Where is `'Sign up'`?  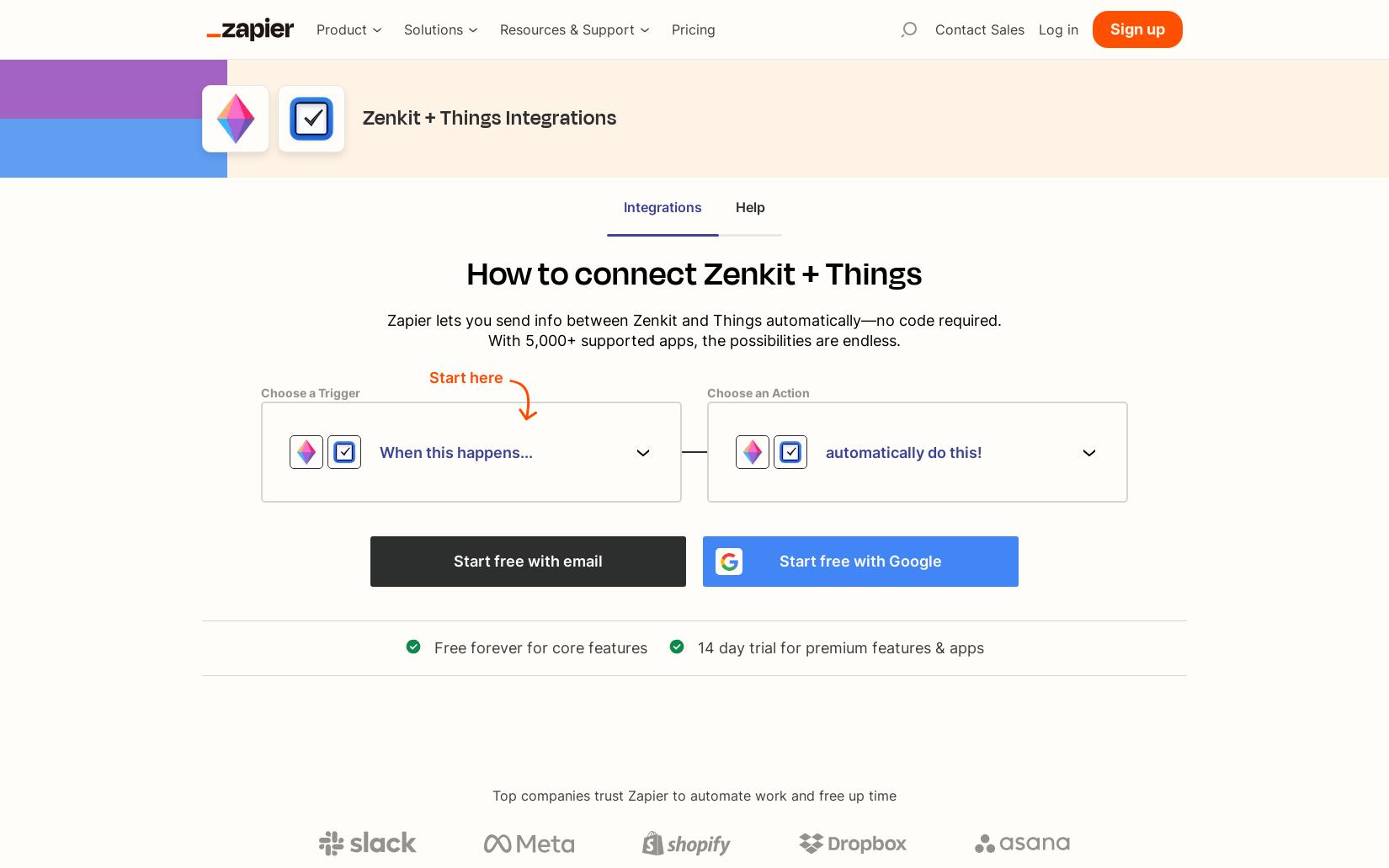 'Sign up' is located at coordinates (1136, 29).